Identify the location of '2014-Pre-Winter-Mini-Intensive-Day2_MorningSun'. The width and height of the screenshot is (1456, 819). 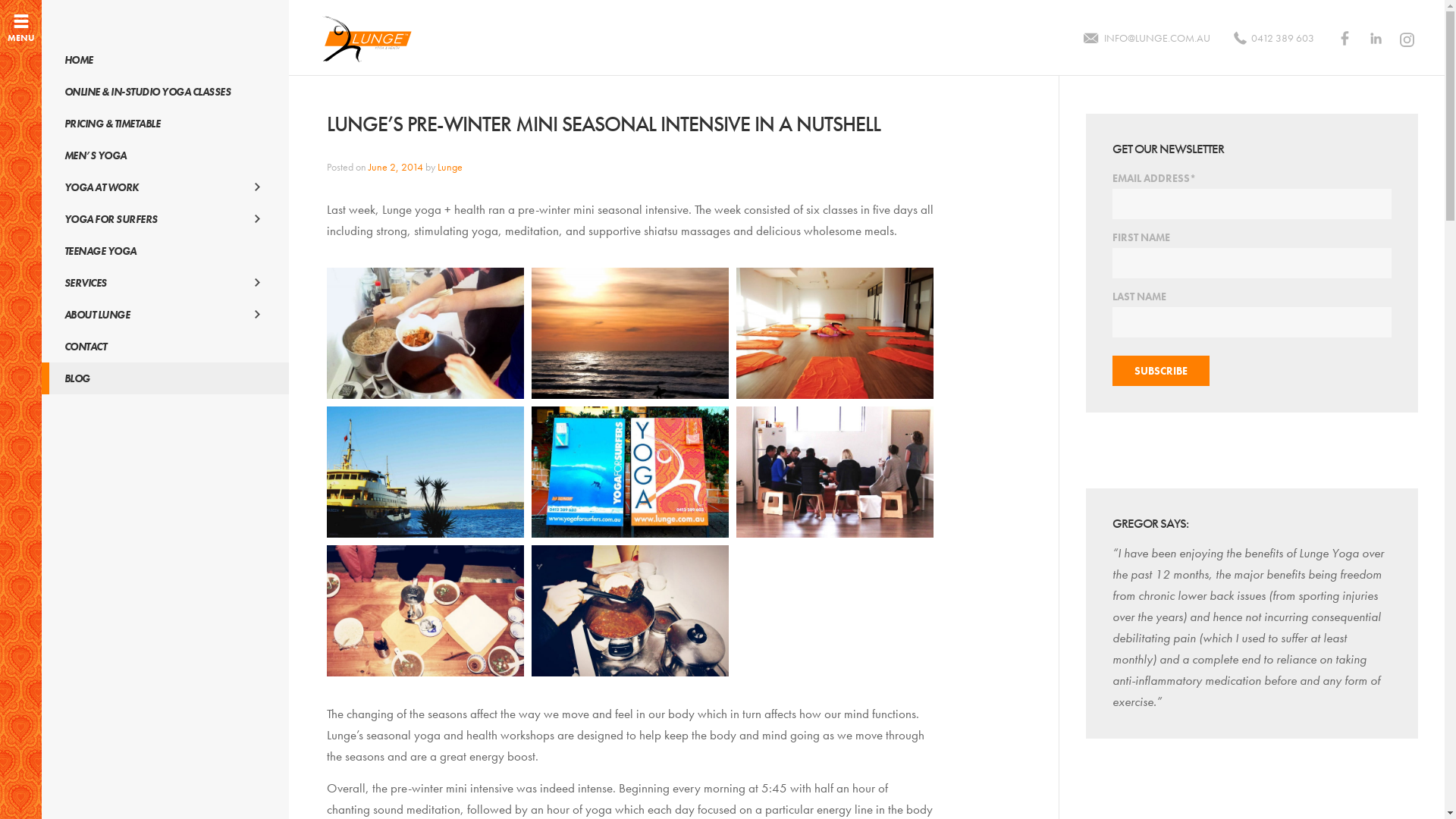
(531, 332).